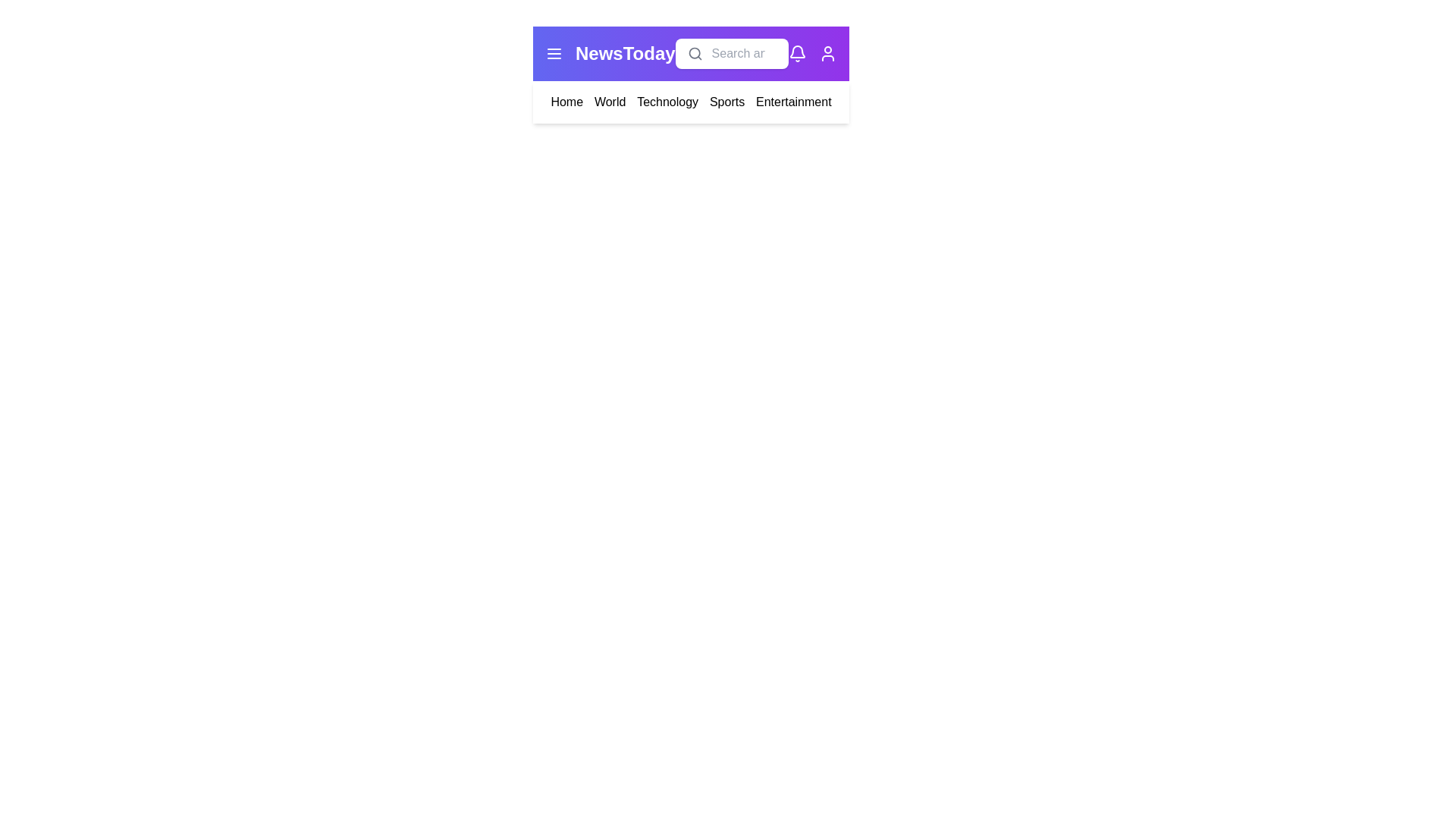 The width and height of the screenshot is (1456, 819). Describe the element at coordinates (610, 102) in the screenshot. I see `the navigation link for World` at that location.